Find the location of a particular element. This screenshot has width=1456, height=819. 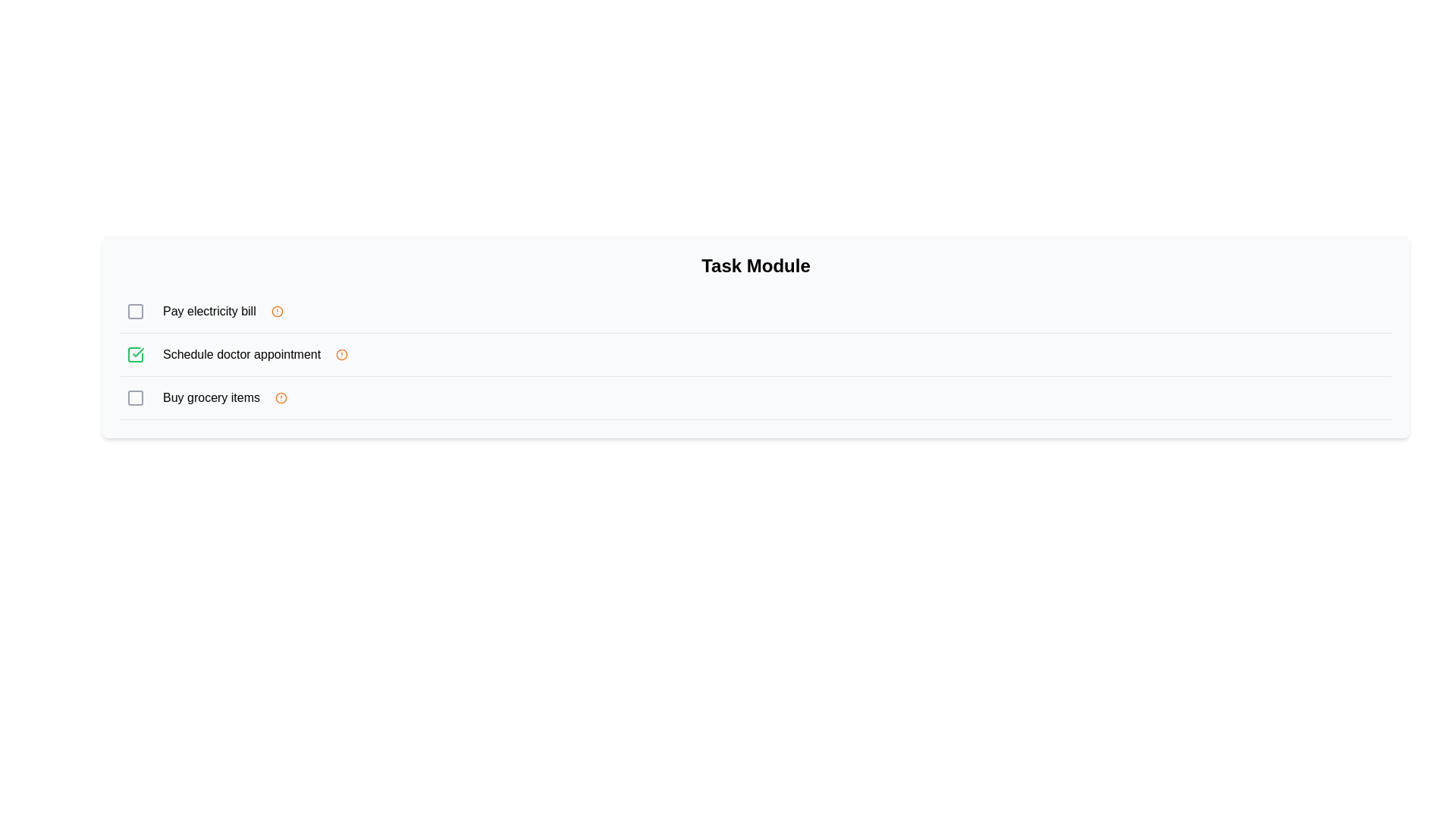

the checkbox located at the far left end of the bottom-most item in the 'Buy grocery items' list is located at coordinates (135, 397).